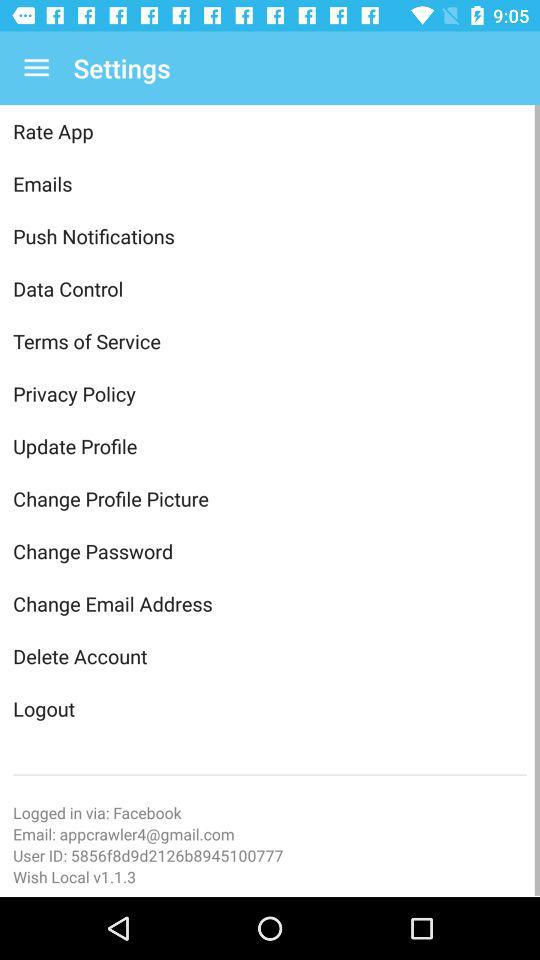 This screenshot has height=960, width=540. I want to click on privacy policy, so click(270, 392).